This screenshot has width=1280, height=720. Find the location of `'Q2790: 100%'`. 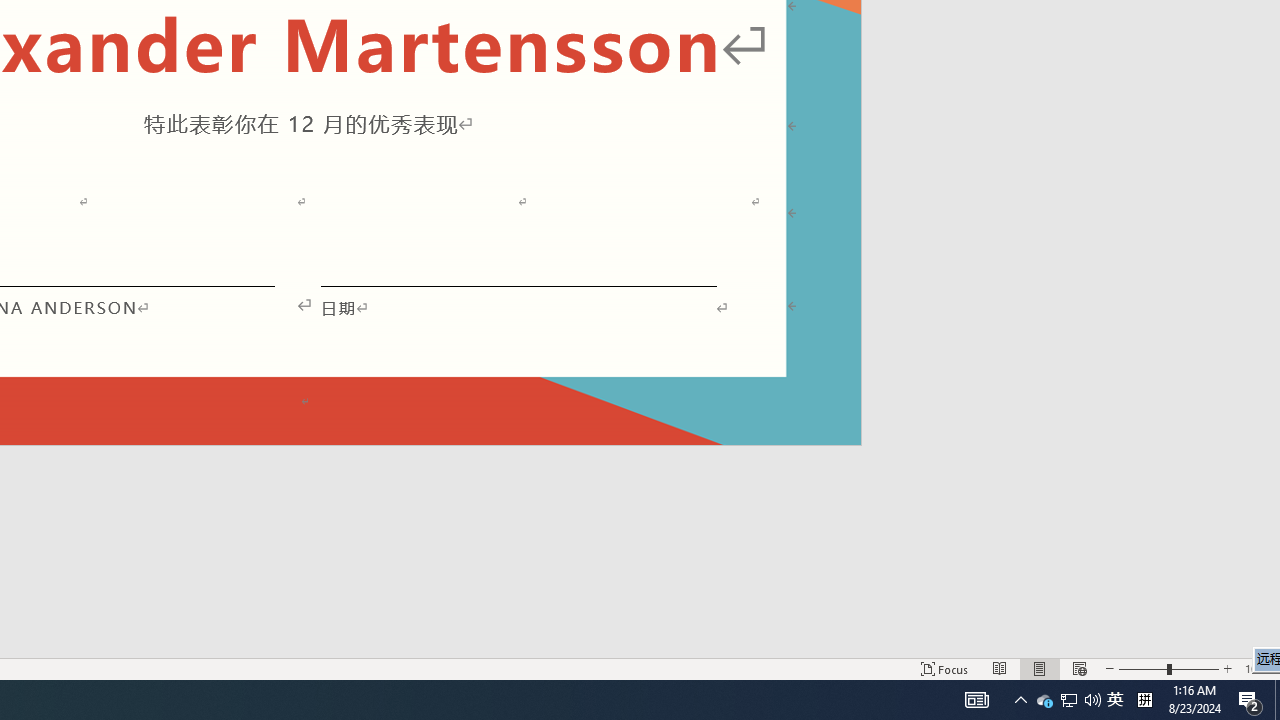

'Q2790: 100%' is located at coordinates (1092, 698).